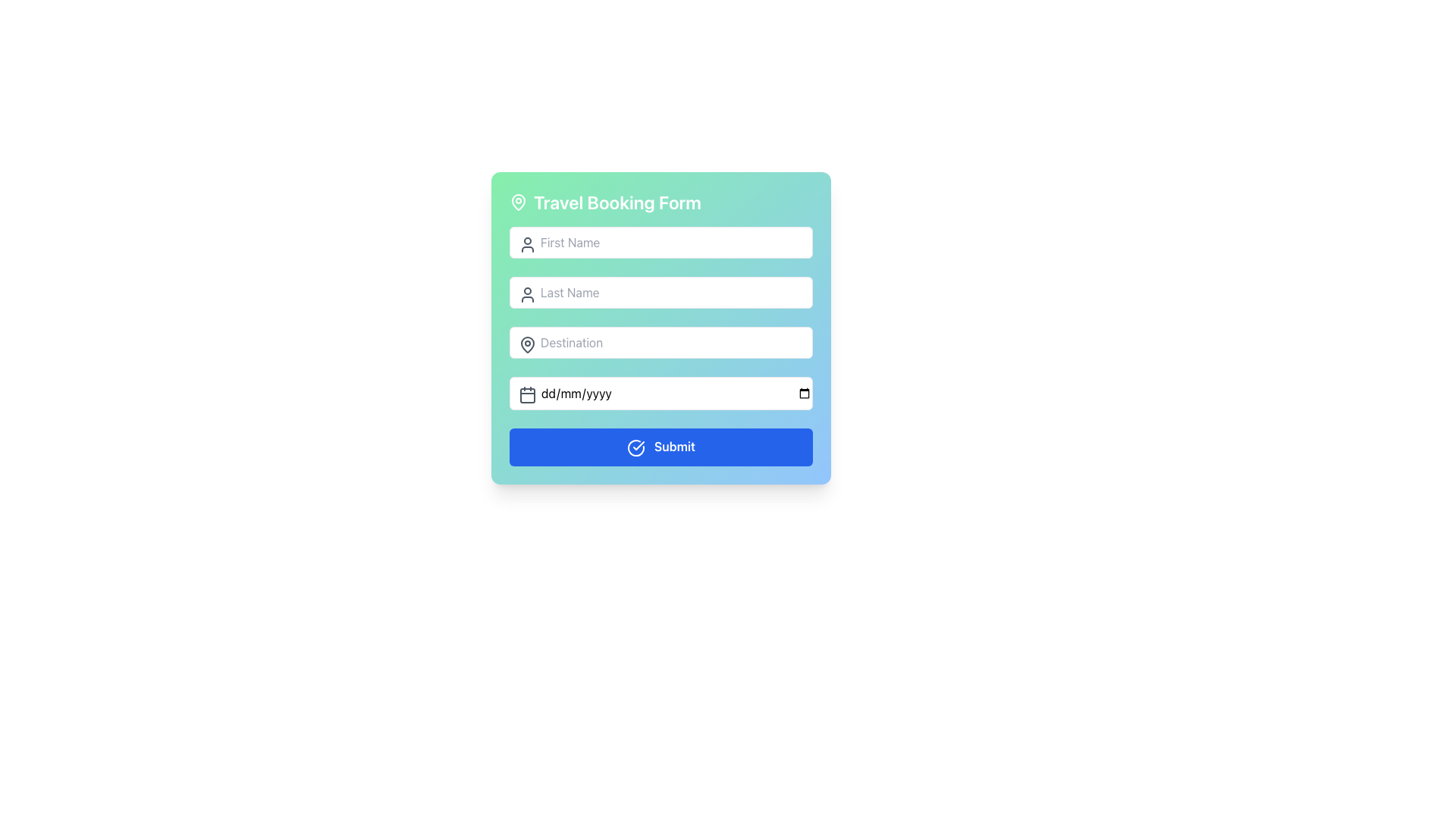 This screenshot has height=819, width=1456. I want to click on the checkmark icon inside a circular outline, located to the left of the 'Submit' text in the button element at the bottom of the form interface, so click(636, 447).